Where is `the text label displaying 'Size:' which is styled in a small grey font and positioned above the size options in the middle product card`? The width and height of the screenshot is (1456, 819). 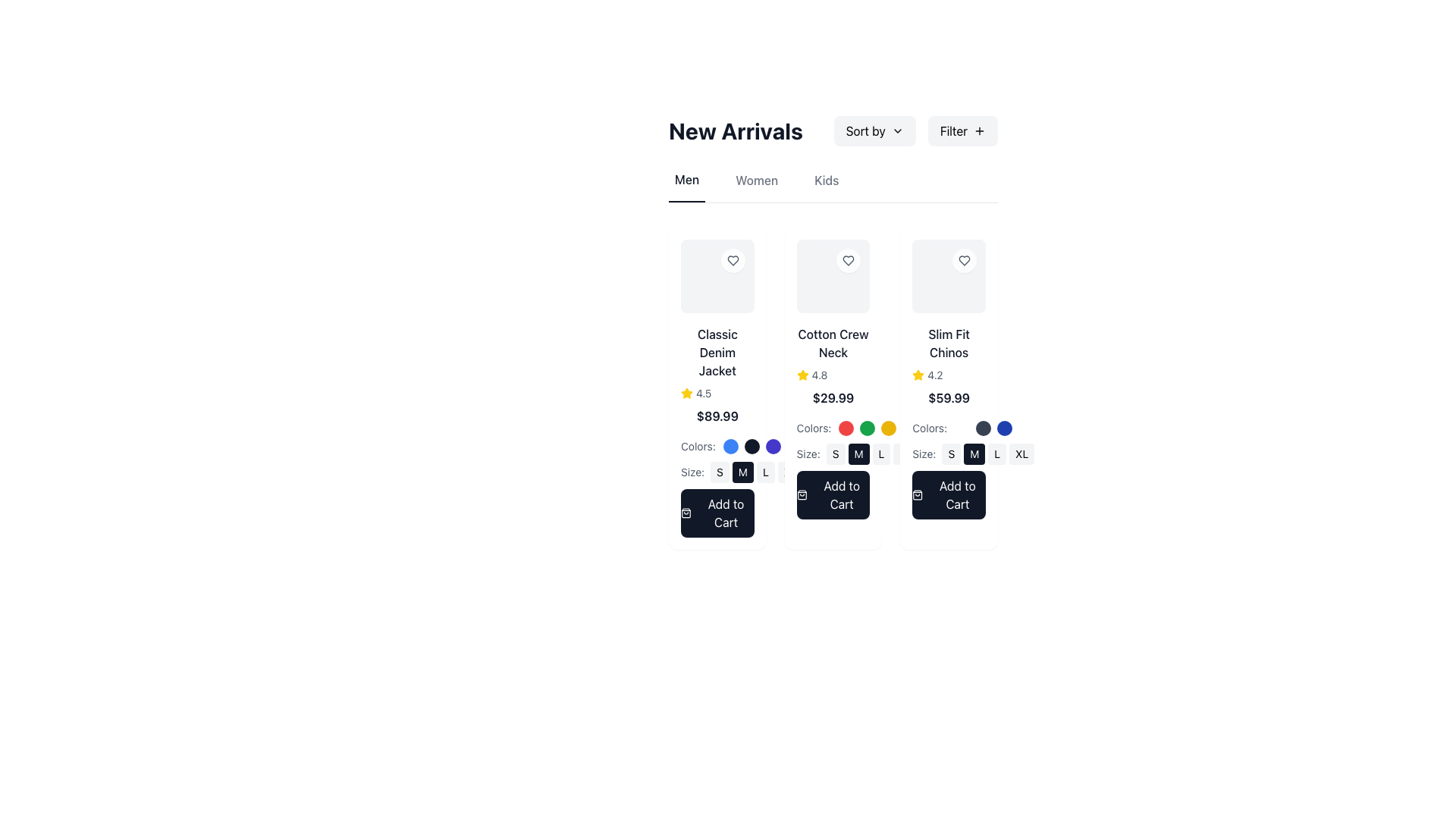 the text label displaying 'Size:' which is styled in a small grey font and positioned above the size options in the middle product card is located at coordinates (808, 453).